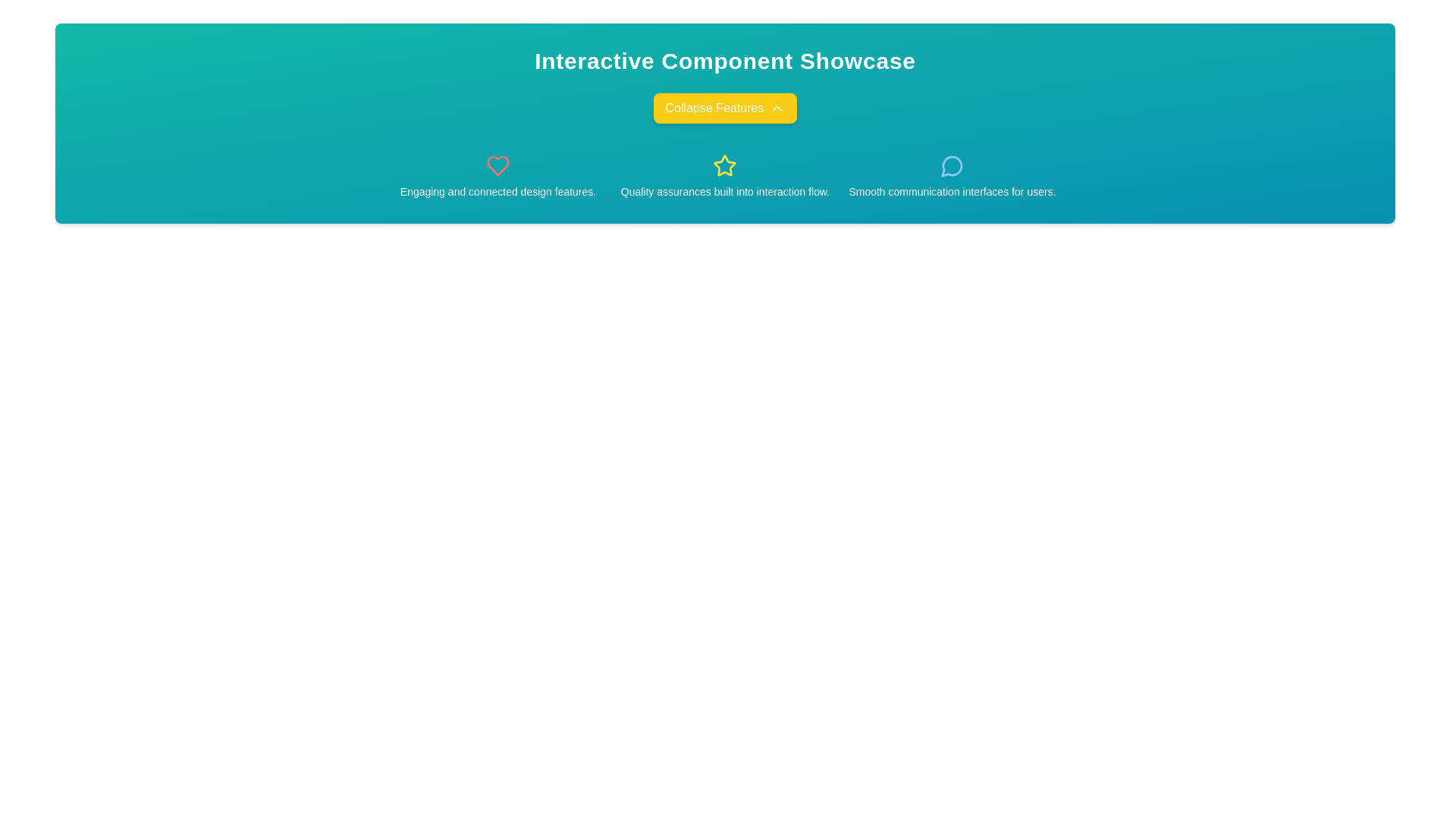  Describe the element at coordinates (951, 166) in the screenshot. I see `the chat symbol SVG graphic icon, which is the fourth icon in a row of four` at that location.